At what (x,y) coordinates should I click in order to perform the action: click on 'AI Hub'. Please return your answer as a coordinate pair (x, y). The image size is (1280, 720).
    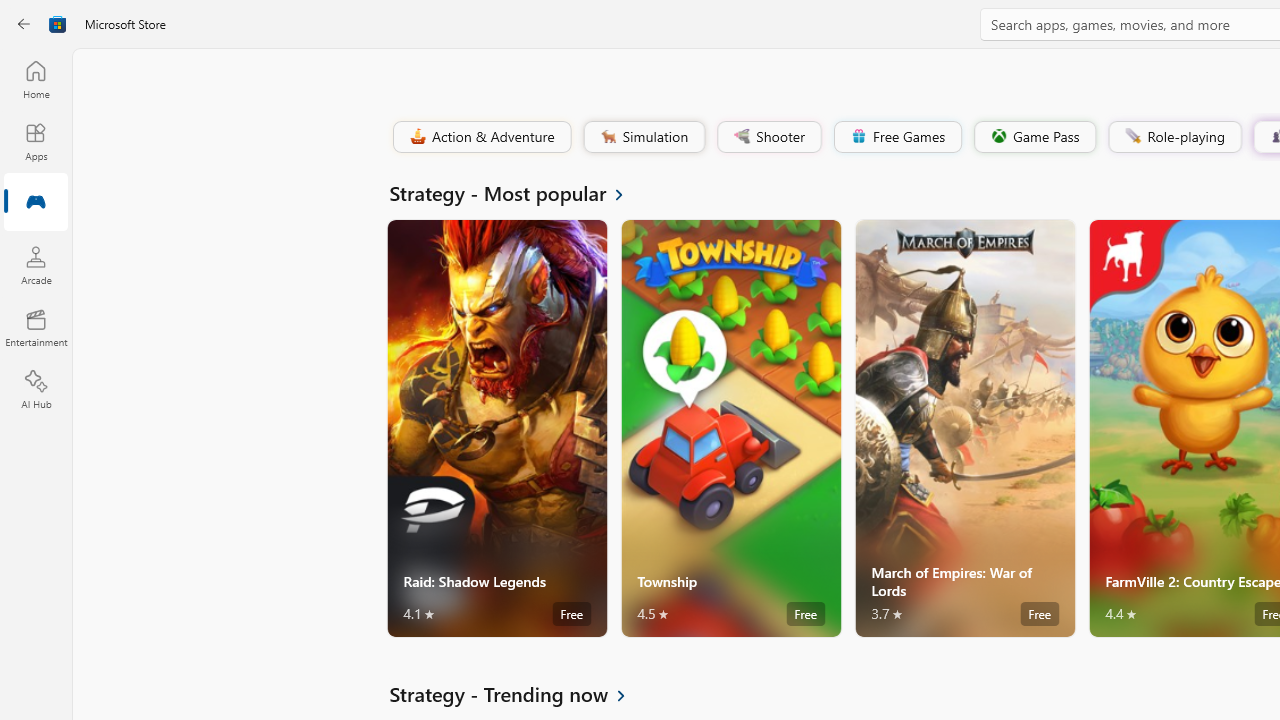
    Looking at the image, I should click on (35, 390).